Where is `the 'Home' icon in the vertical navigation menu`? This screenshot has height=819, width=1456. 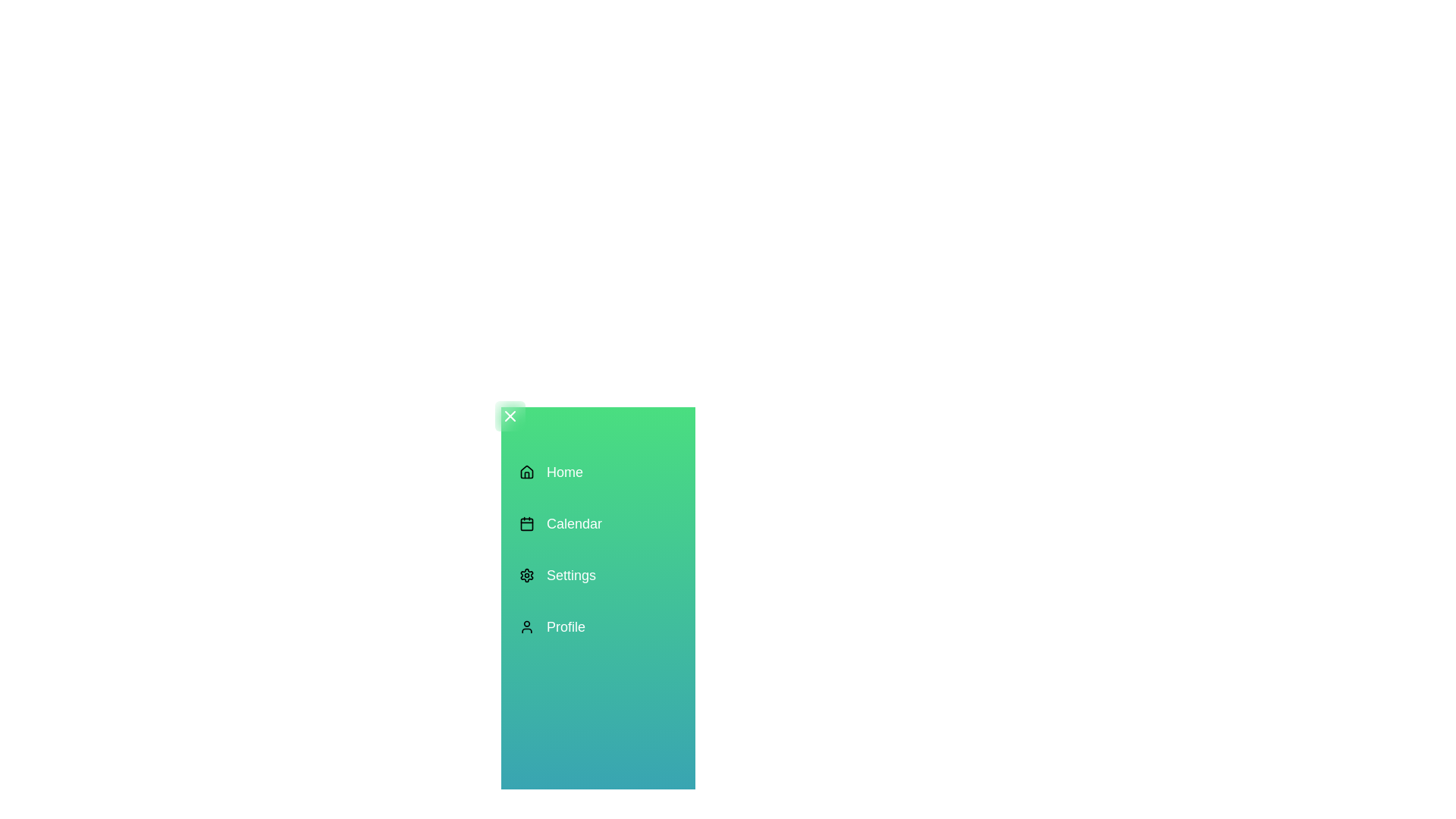 the 'Home' icon in the vertical navigation menu is located at coordinates (527, 472).